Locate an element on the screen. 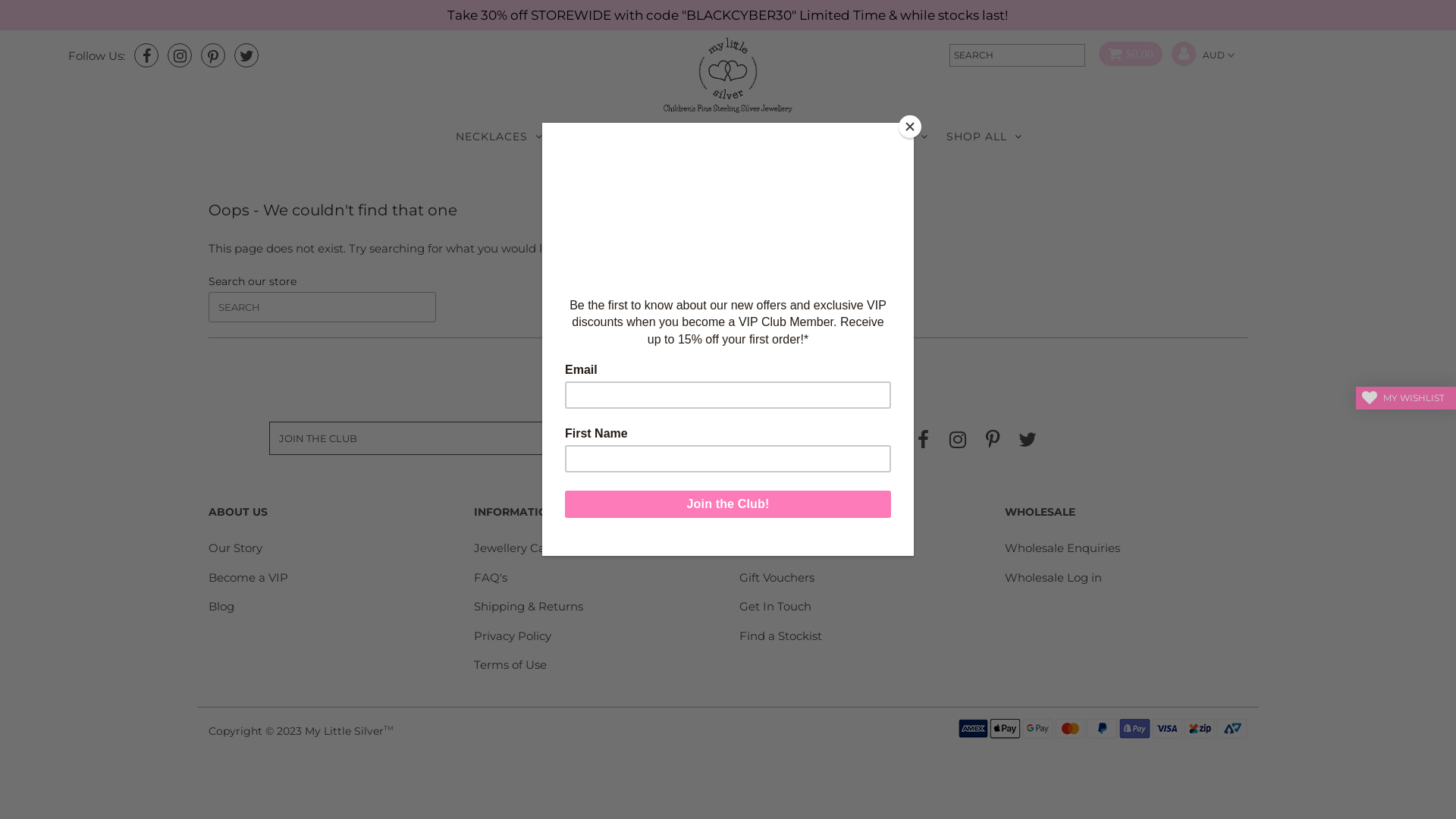  'Our Story' is located at coordinates (234, 548).